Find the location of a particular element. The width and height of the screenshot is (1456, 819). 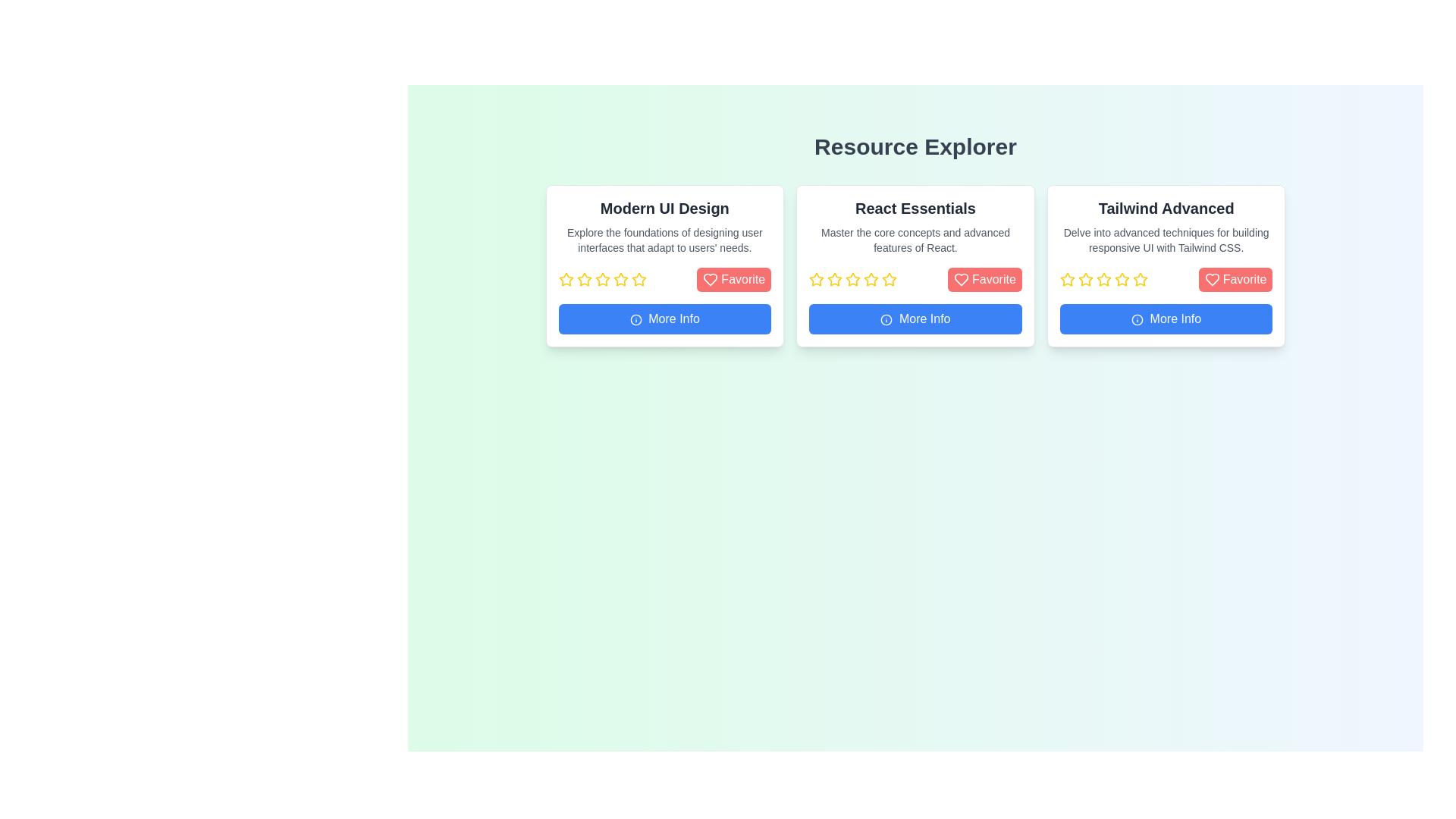

the fifth star icon in the rating section of the 'Tailwind Advanced' card is located at coordinates (1103, 280).